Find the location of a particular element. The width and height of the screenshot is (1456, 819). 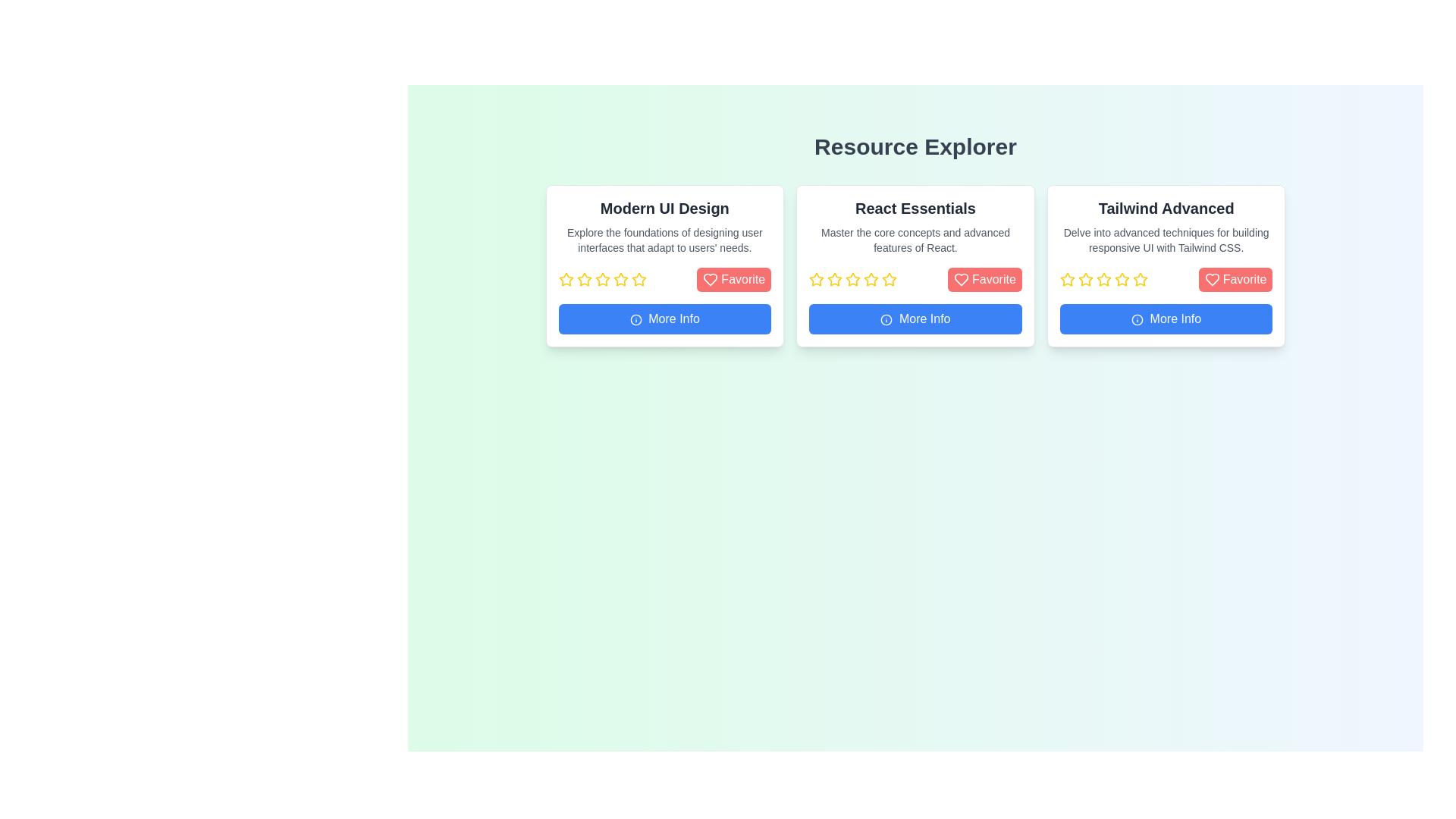

the fifth star icon in the rating section of the 'Tailwind Advanced' card is located at coordinates (1103, 280).